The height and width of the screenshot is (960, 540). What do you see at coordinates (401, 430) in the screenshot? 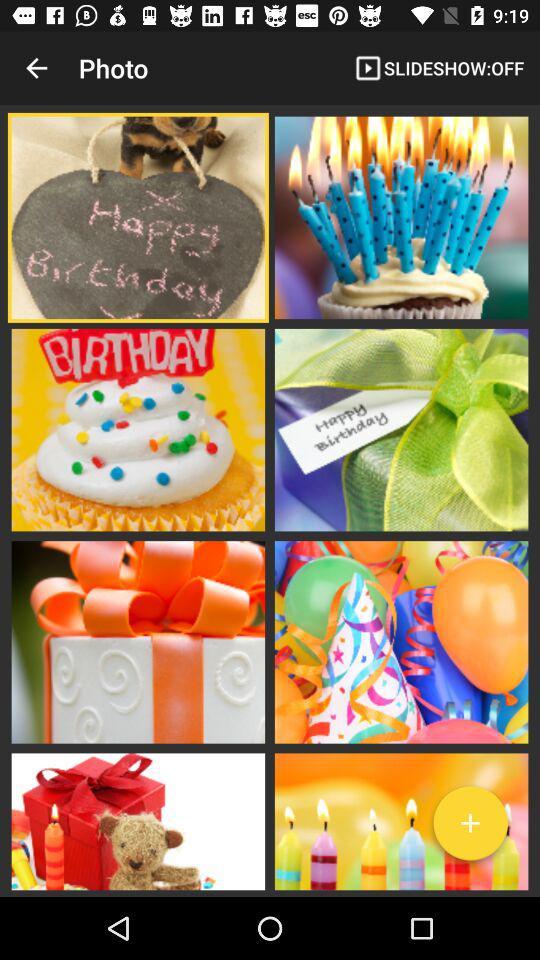
I see `icon on the right` at bounding box center [401, 430].